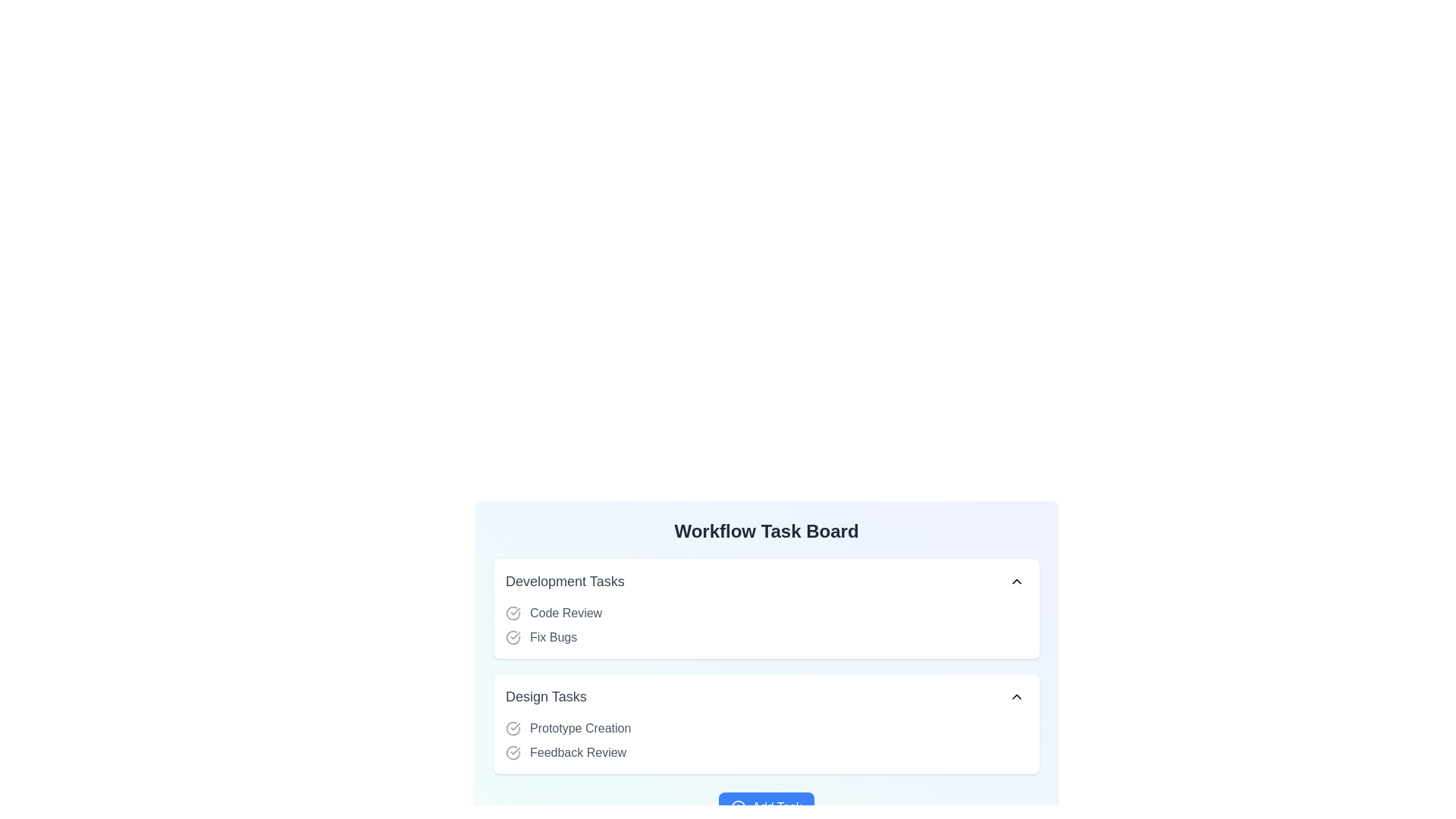 This screenshot has width=1456, height=819. I want to click on the progress icon located in the 'Design Tasks' section of the 'Workflow Task Board', positioned to the left of the 'Prototype Creation' text, so click(513, 727).